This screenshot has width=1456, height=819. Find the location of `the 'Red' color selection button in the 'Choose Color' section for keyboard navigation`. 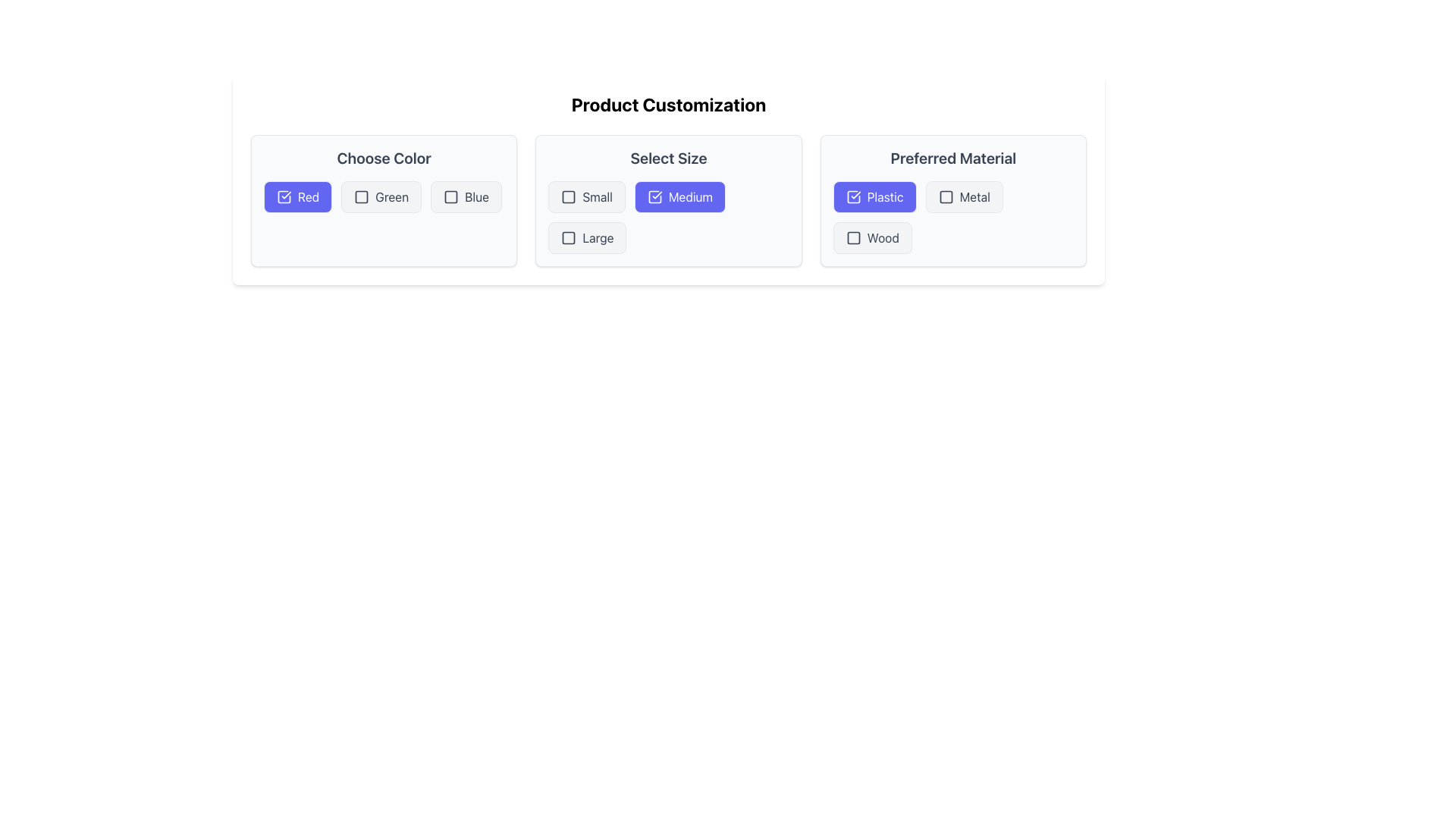

the 'Red' color selection button in the 'Choose Color' section for keyboard navigation is located at coordinates (298, 196).